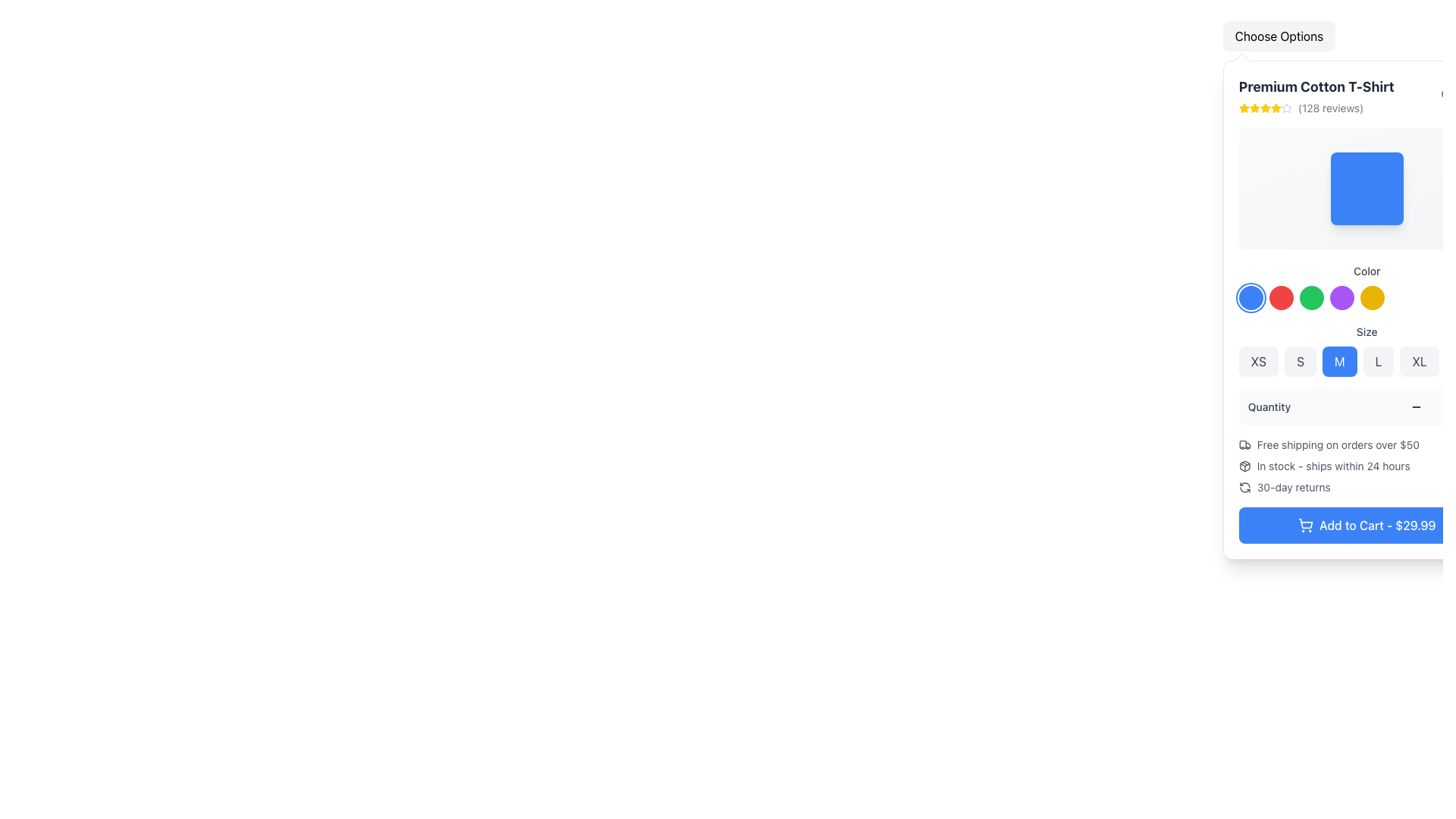  I want to click on the second yellow star icon in the product rating display, so click(1265, 107).